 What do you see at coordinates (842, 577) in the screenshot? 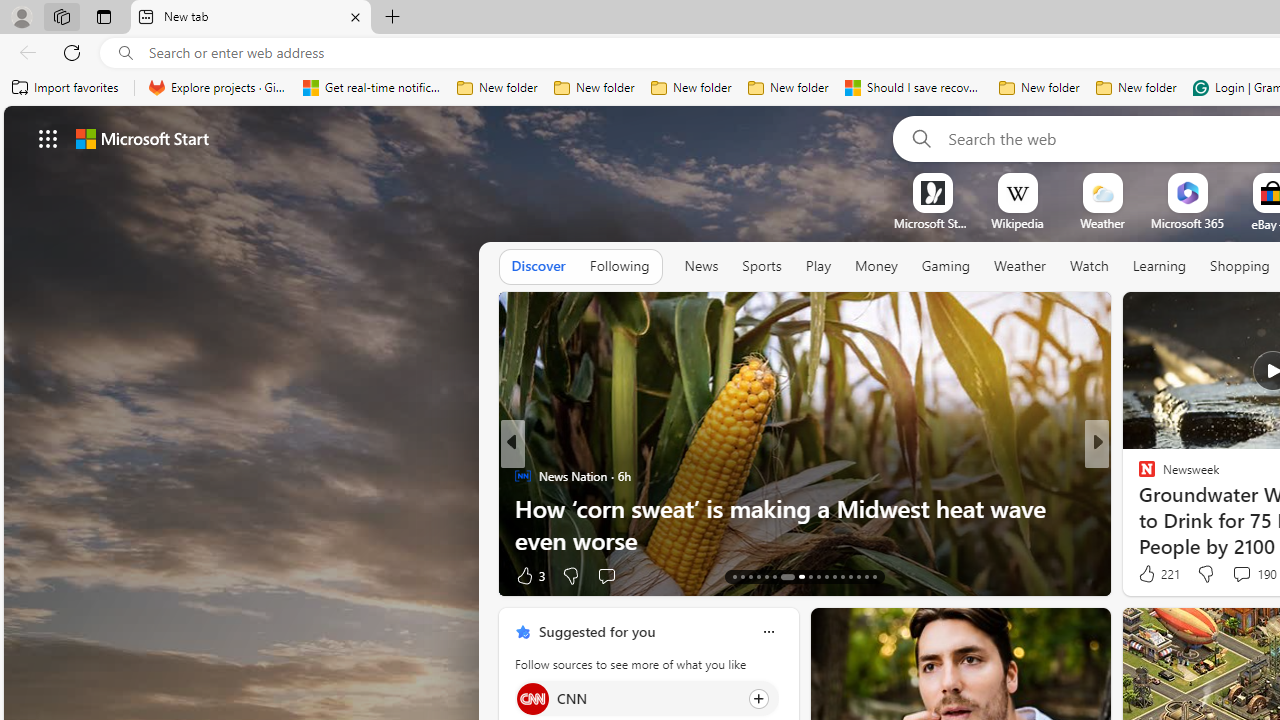
I see `'AutomationID: tab-25'` at bounding box center [842, 577].